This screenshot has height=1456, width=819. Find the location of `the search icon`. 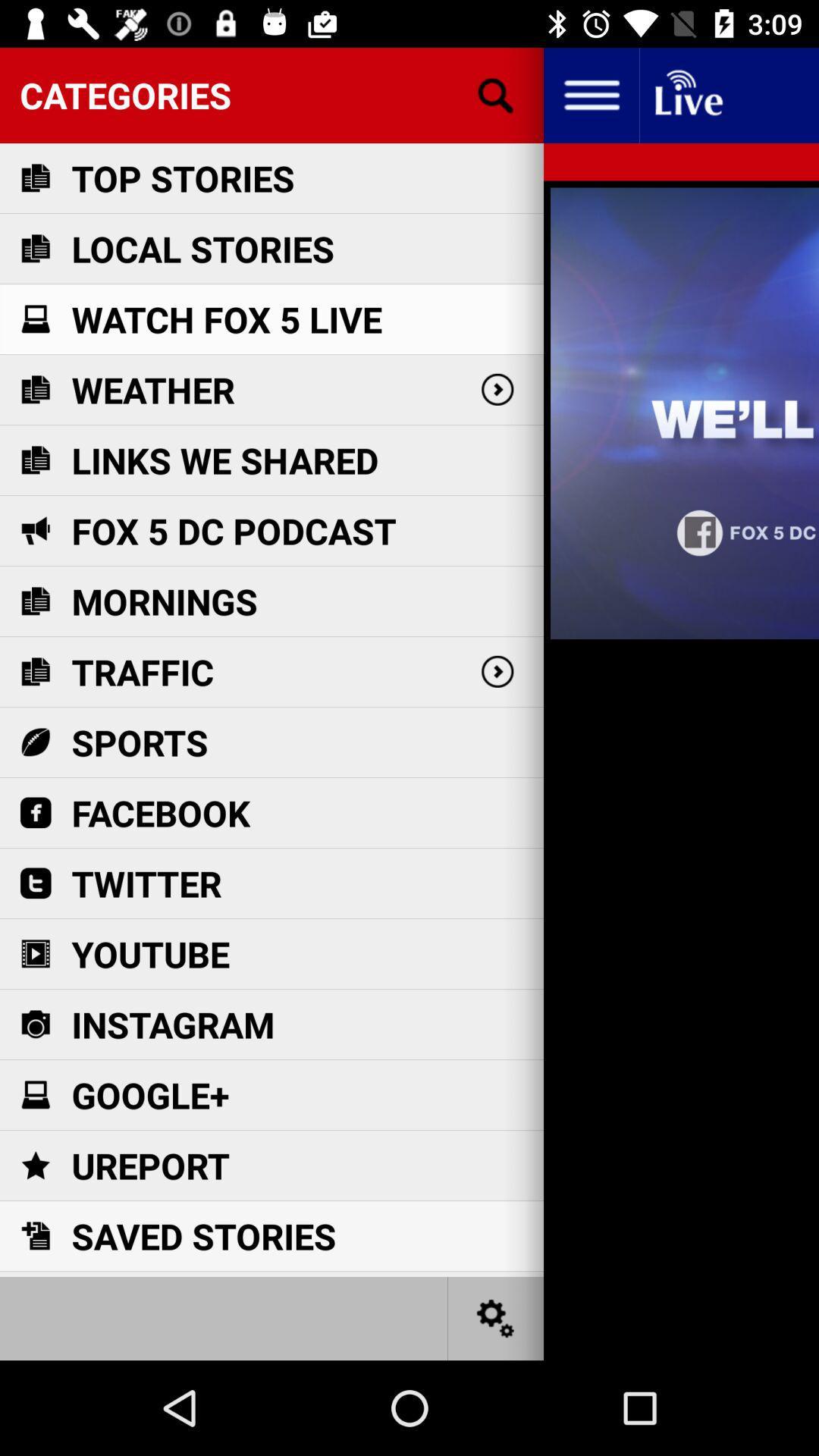

the search icon is located at coordinates (496, 94).